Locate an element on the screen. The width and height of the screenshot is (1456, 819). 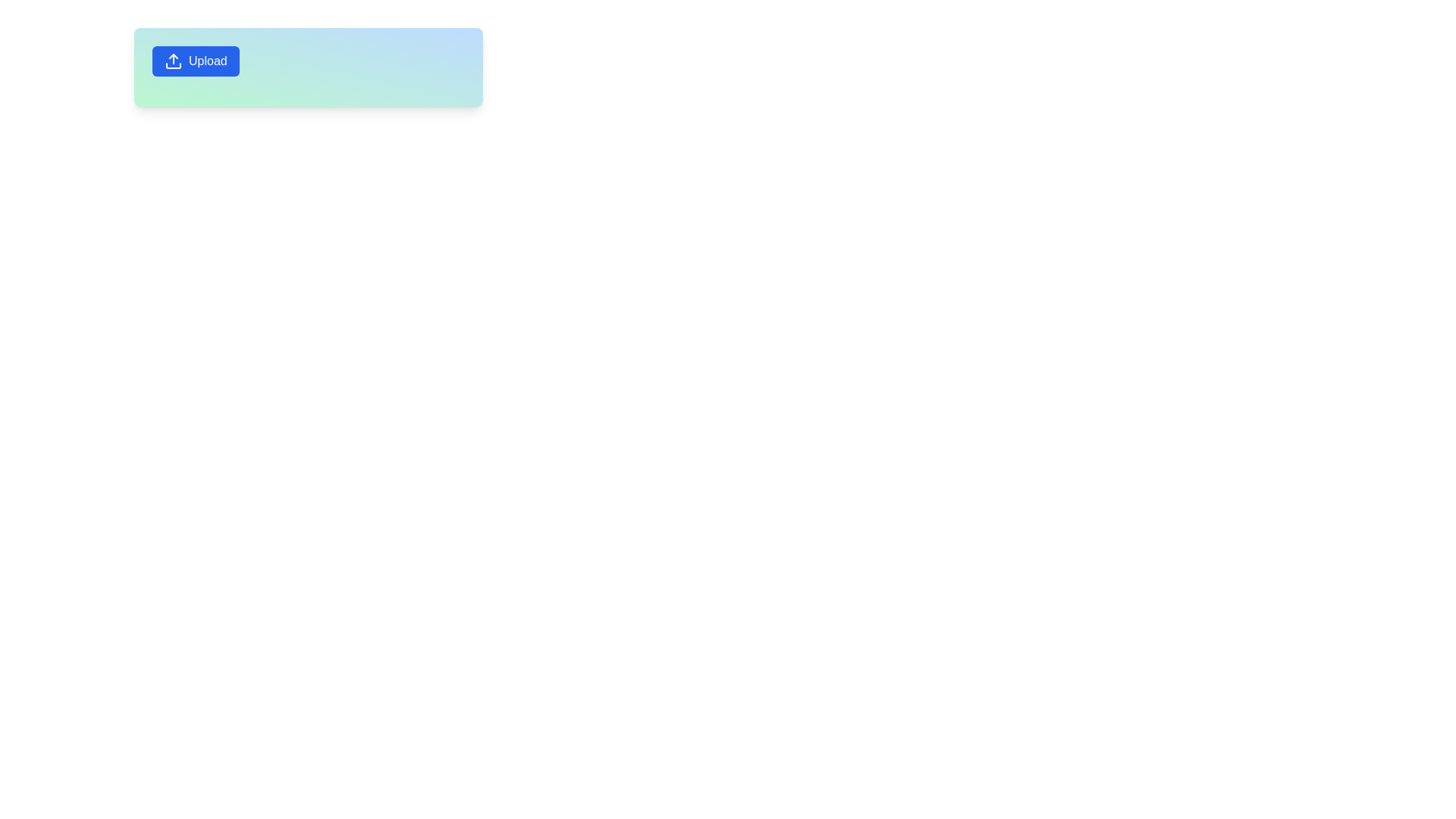
the blue rectangular button labeled 'Upload' with an icon on the left is located at coordinates (195, 61).